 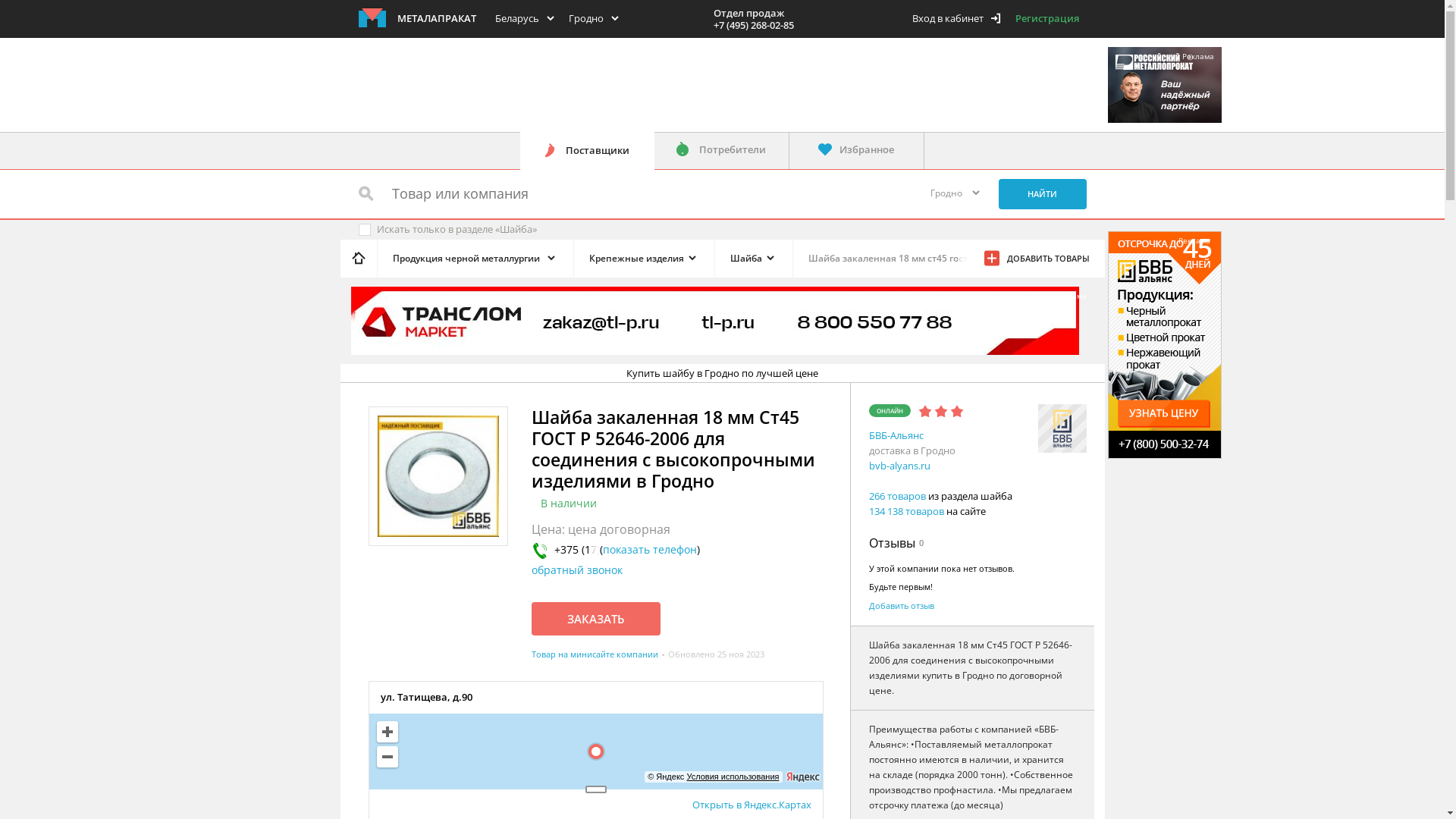 What do you see at coordinates (869, 464) in the screenshot?
I see `'bvb-alyans.ru'` at bounding box center [869, 464].